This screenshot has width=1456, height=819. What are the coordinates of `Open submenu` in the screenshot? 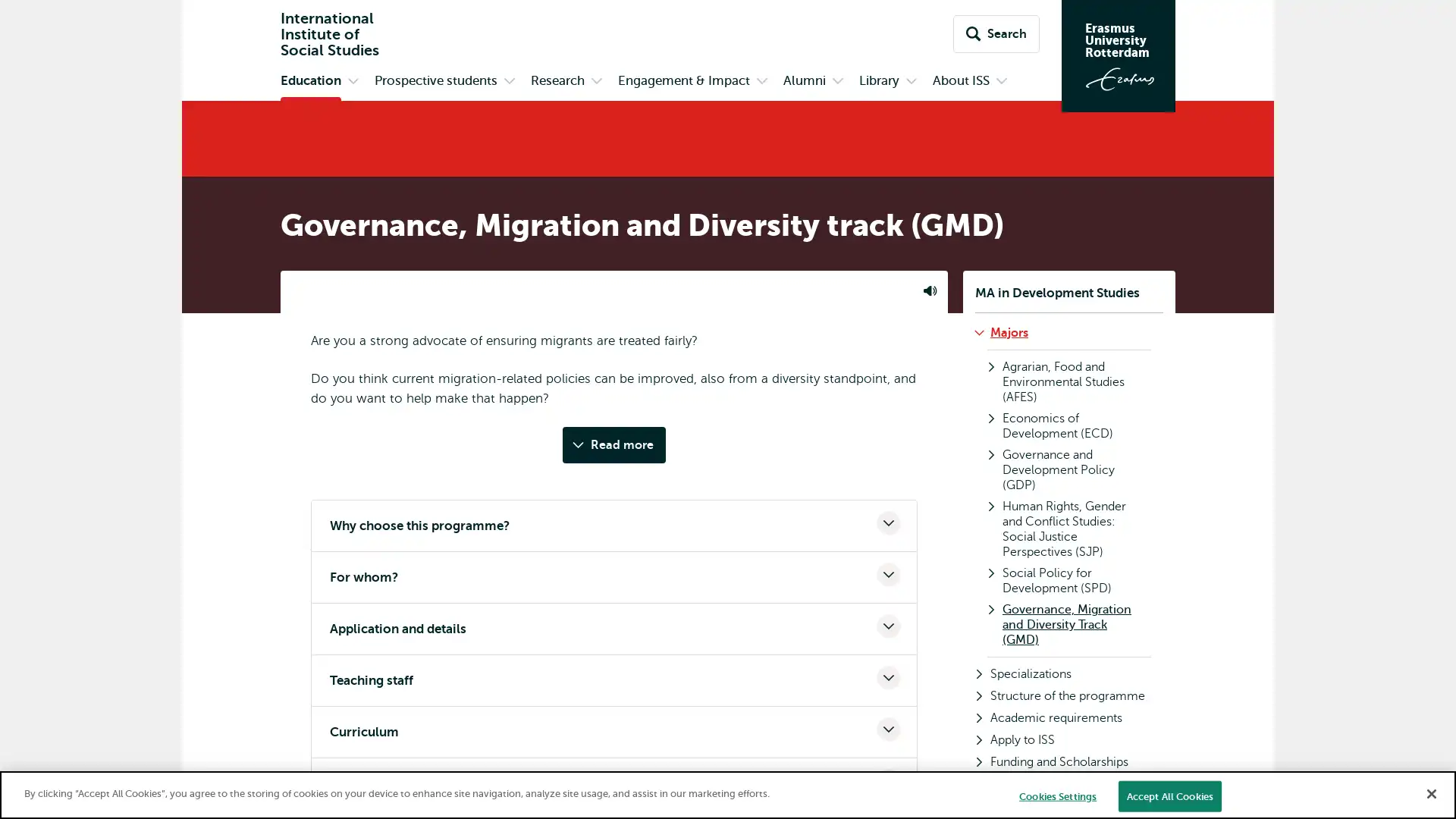 It's located at (1001, 82).